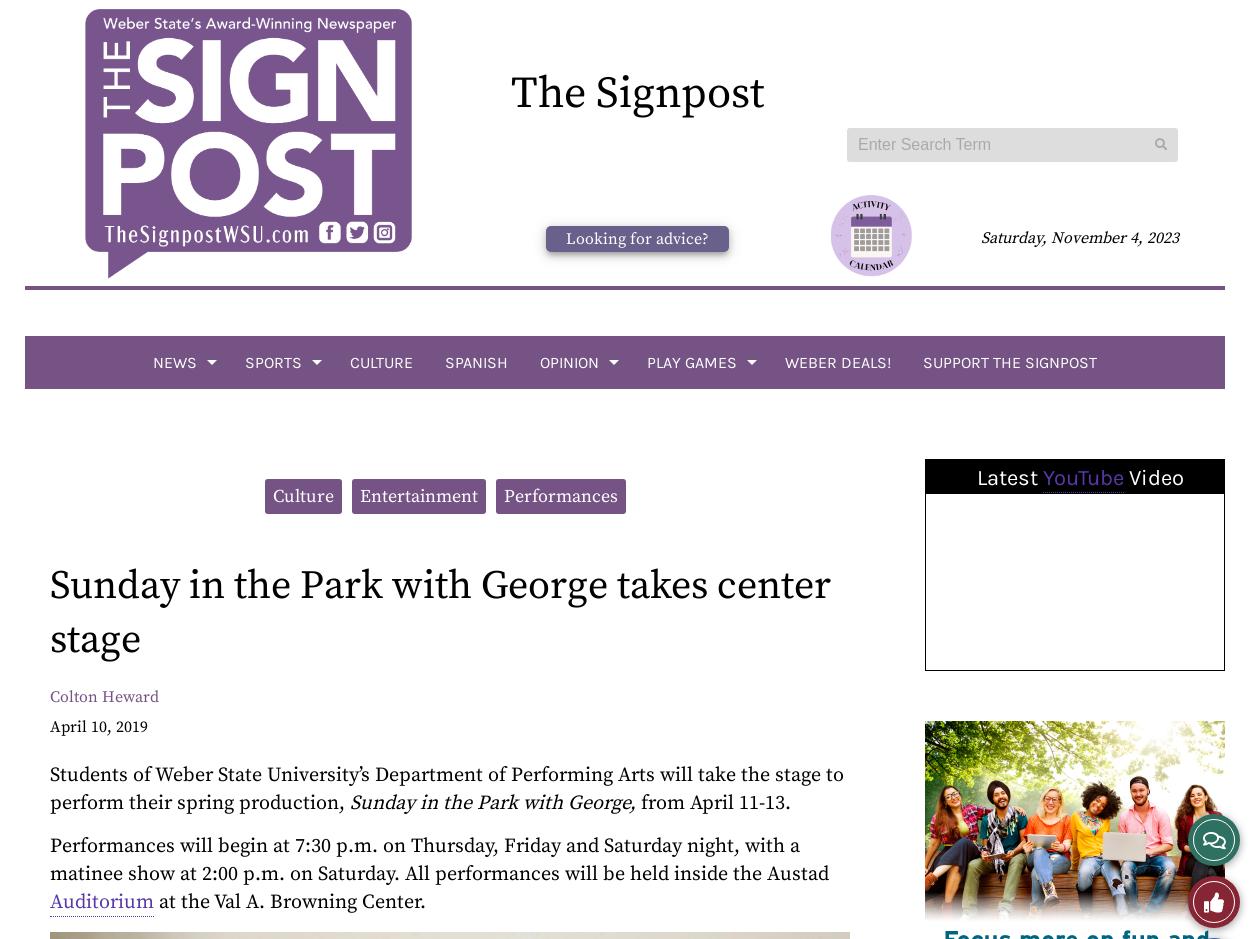 The width and height of the screenshot is (1250, 939). Describe the element at coordinates (1009, 477) in the screenshot. I see `'Latest'` at that location.